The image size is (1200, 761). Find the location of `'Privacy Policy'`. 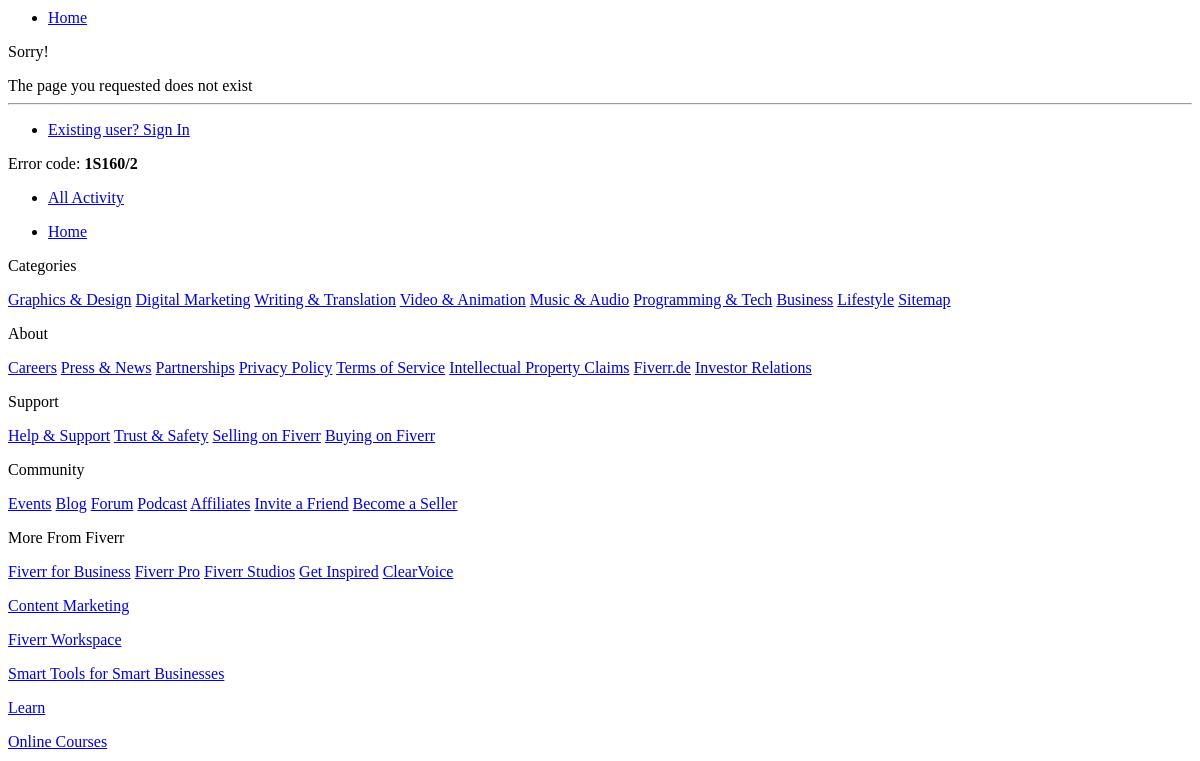

'Privacy Policy' is located at coordinates (284, 366).